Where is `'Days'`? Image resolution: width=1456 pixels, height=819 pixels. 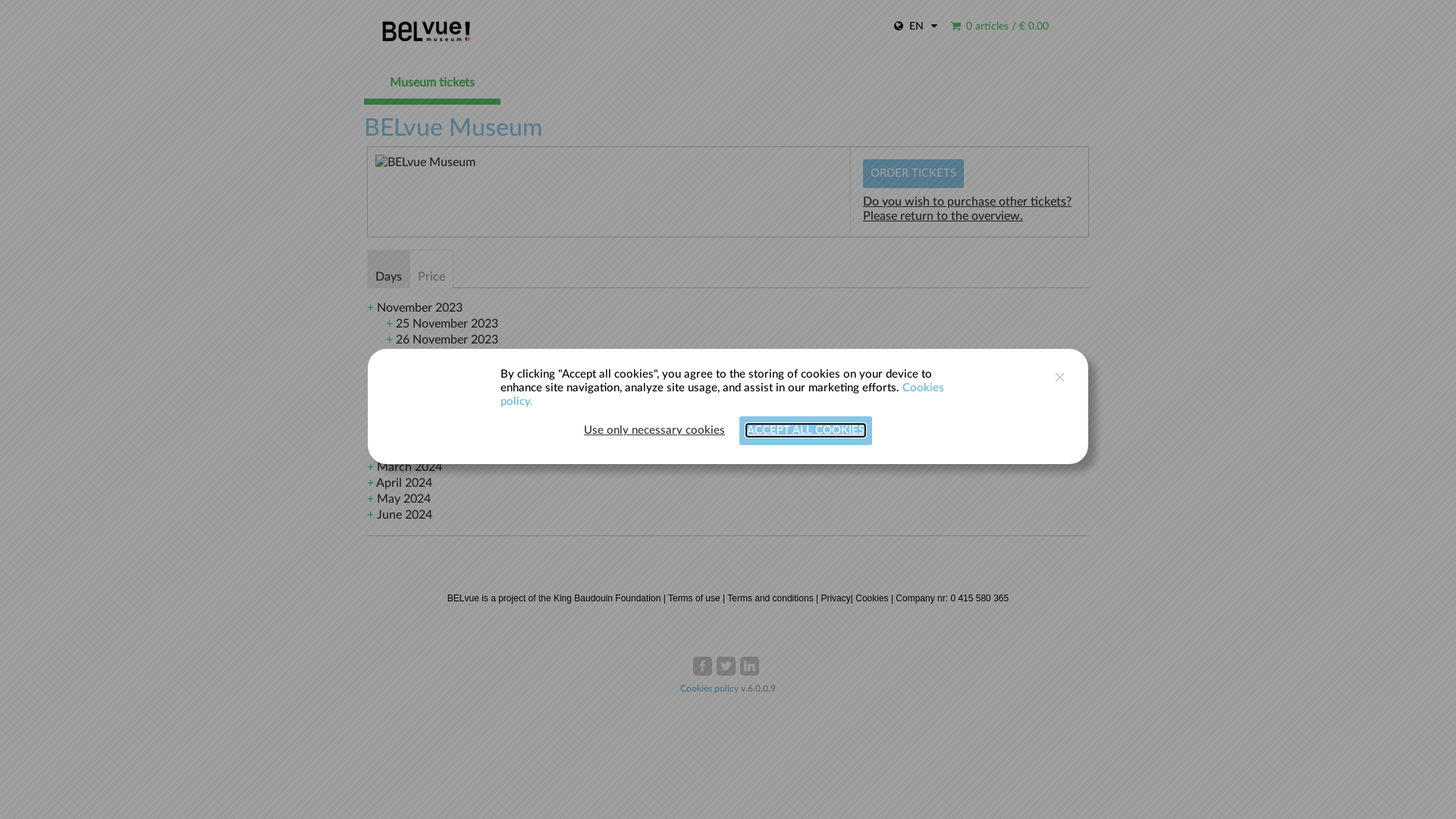
'Days' is located at coordinates (388, 268).